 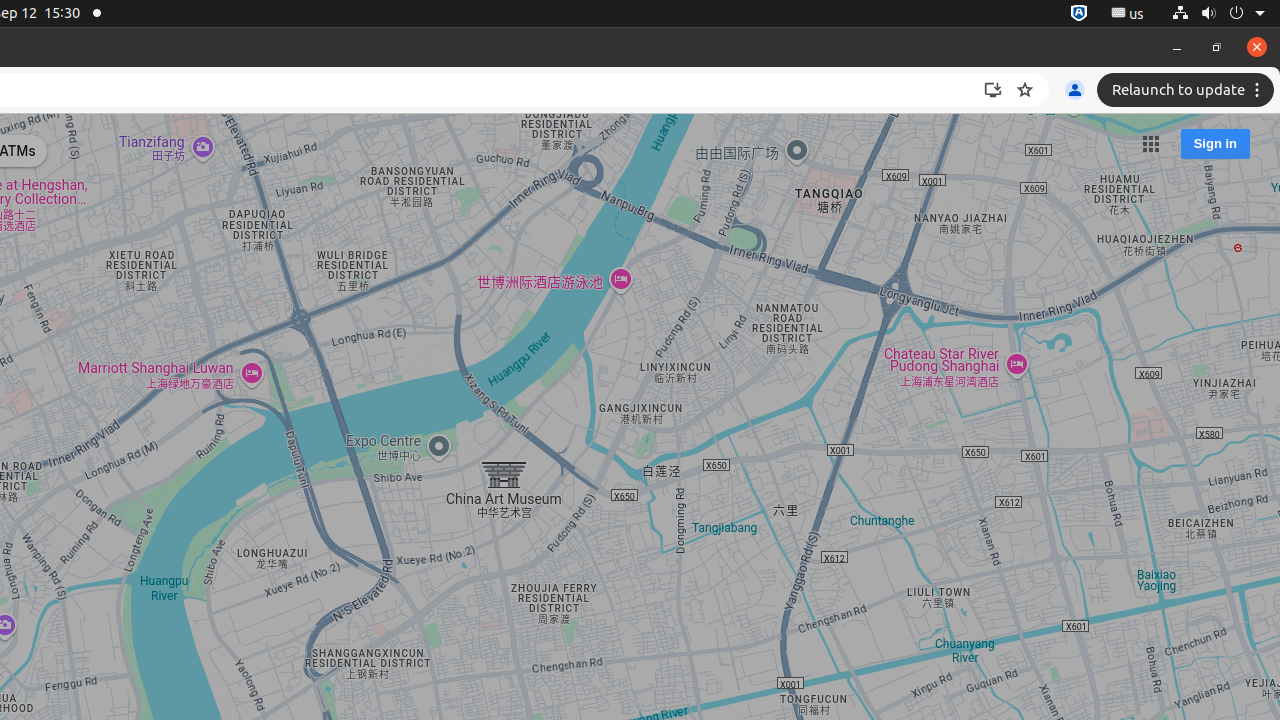 What do you see at coordinates (993, 90) in the screenshot?
I see `'Install Google Maps'` at bounding box center [993, 90].